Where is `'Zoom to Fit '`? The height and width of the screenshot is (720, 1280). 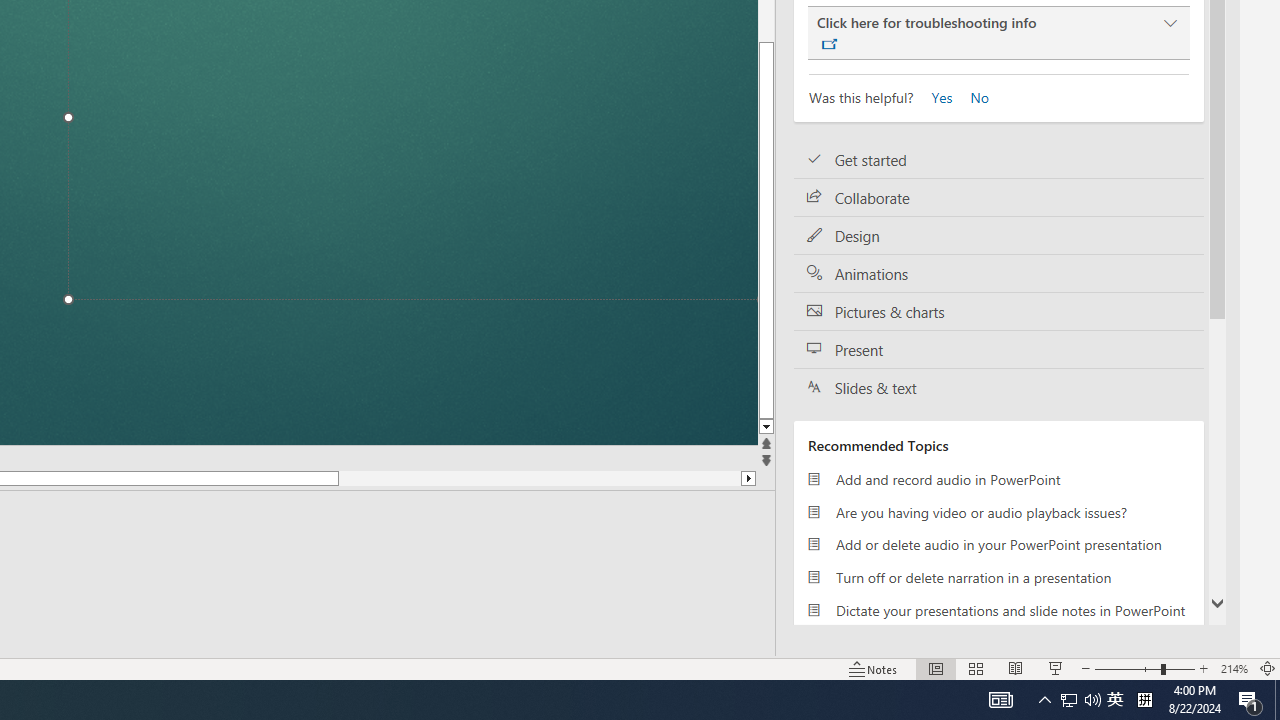
'Zoom to Fit ' is located at coordinates (1266, 669).